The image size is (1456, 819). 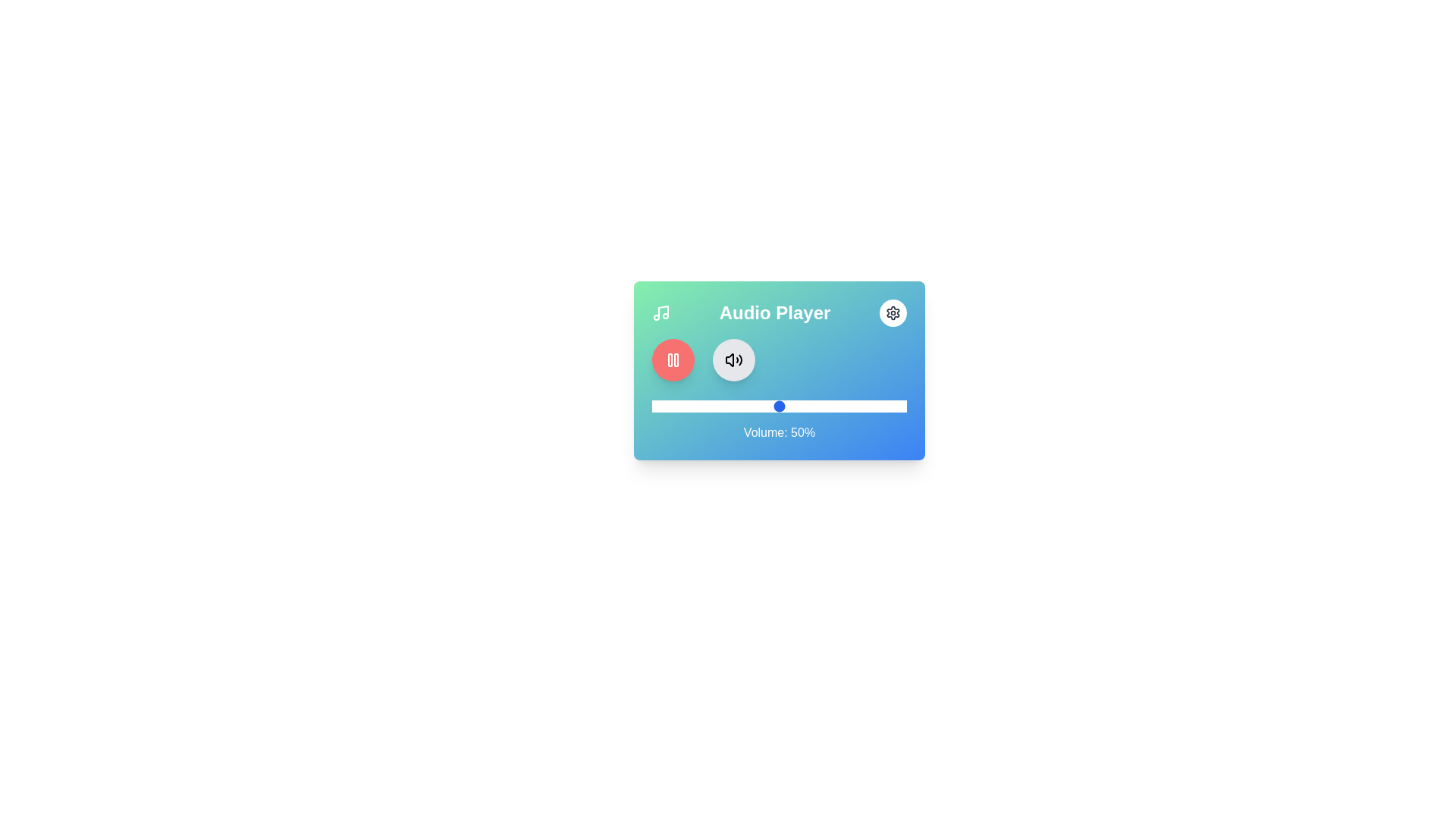 I want to click on volume, so click(x=676, y=406).